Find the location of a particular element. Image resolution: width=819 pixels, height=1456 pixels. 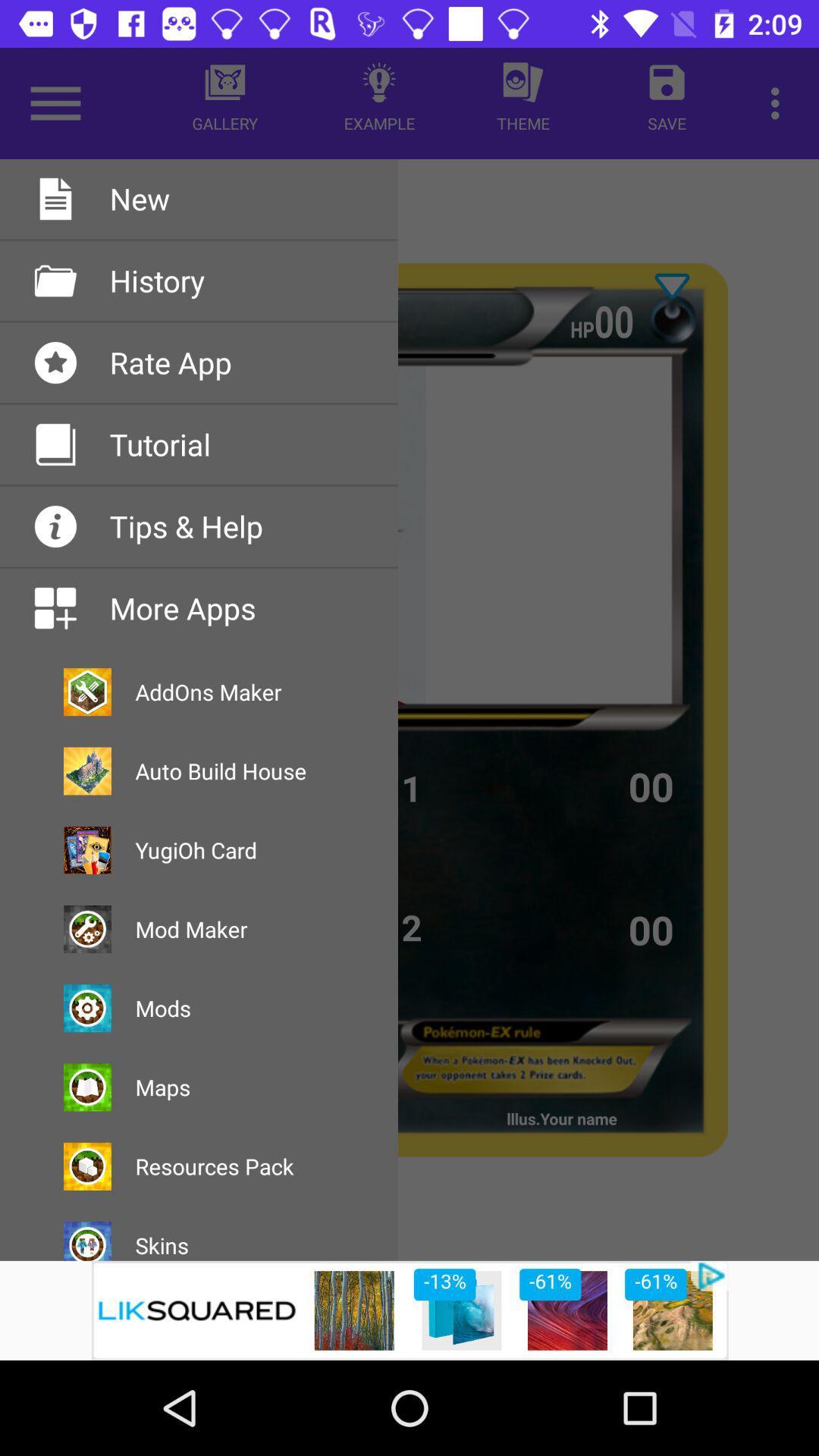

the book icon is located at coordinates (118, 342).